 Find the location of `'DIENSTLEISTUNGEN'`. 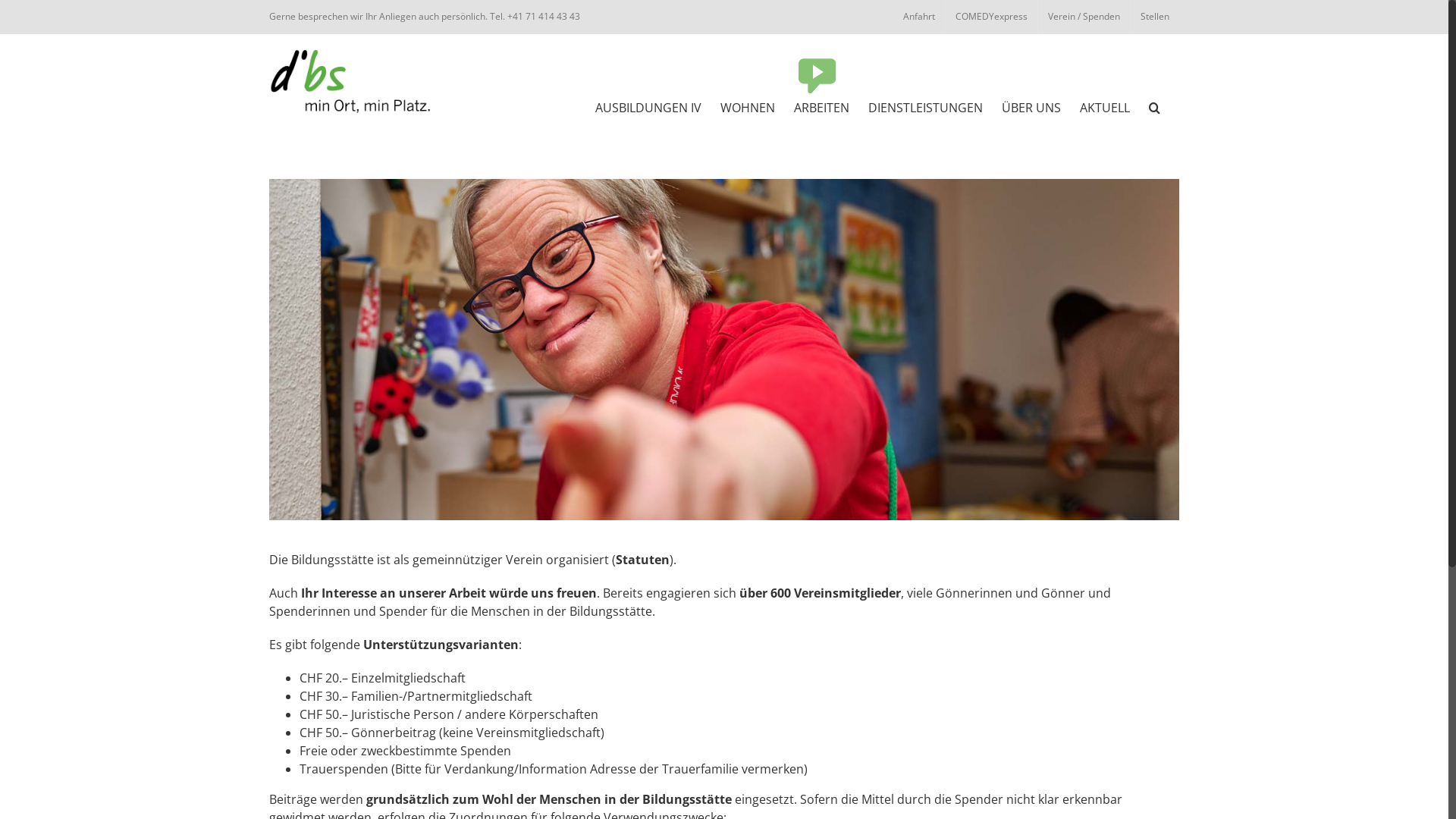

'DIENSTLEISTUNGEN' is located at coordinates (924, 105).